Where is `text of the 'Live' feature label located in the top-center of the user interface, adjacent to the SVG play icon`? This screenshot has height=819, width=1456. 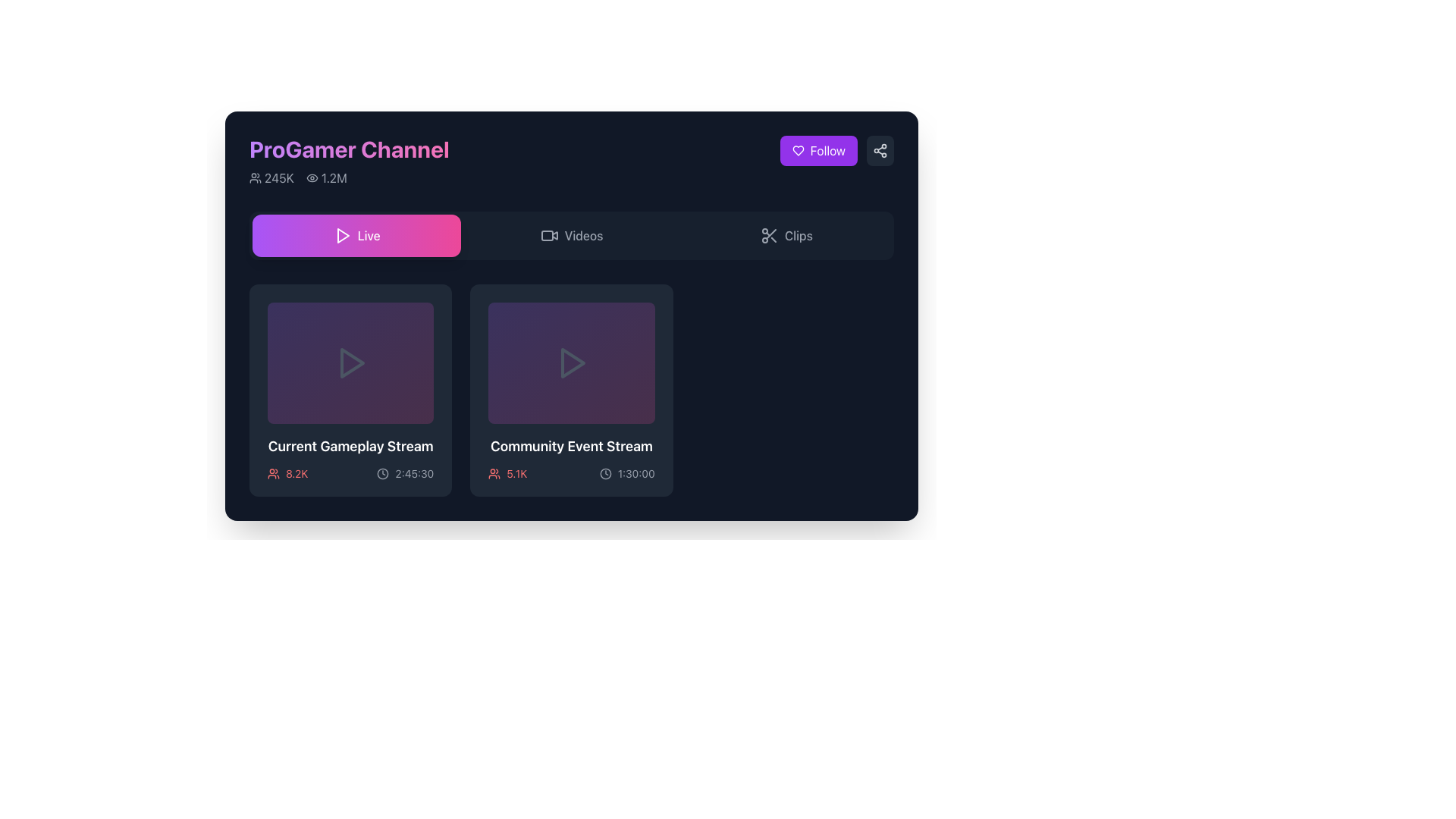 text of the 'Live' feature label located in the top-center of the user interface, adjacent to the SVG play icon is located at coordinates (369, 236).